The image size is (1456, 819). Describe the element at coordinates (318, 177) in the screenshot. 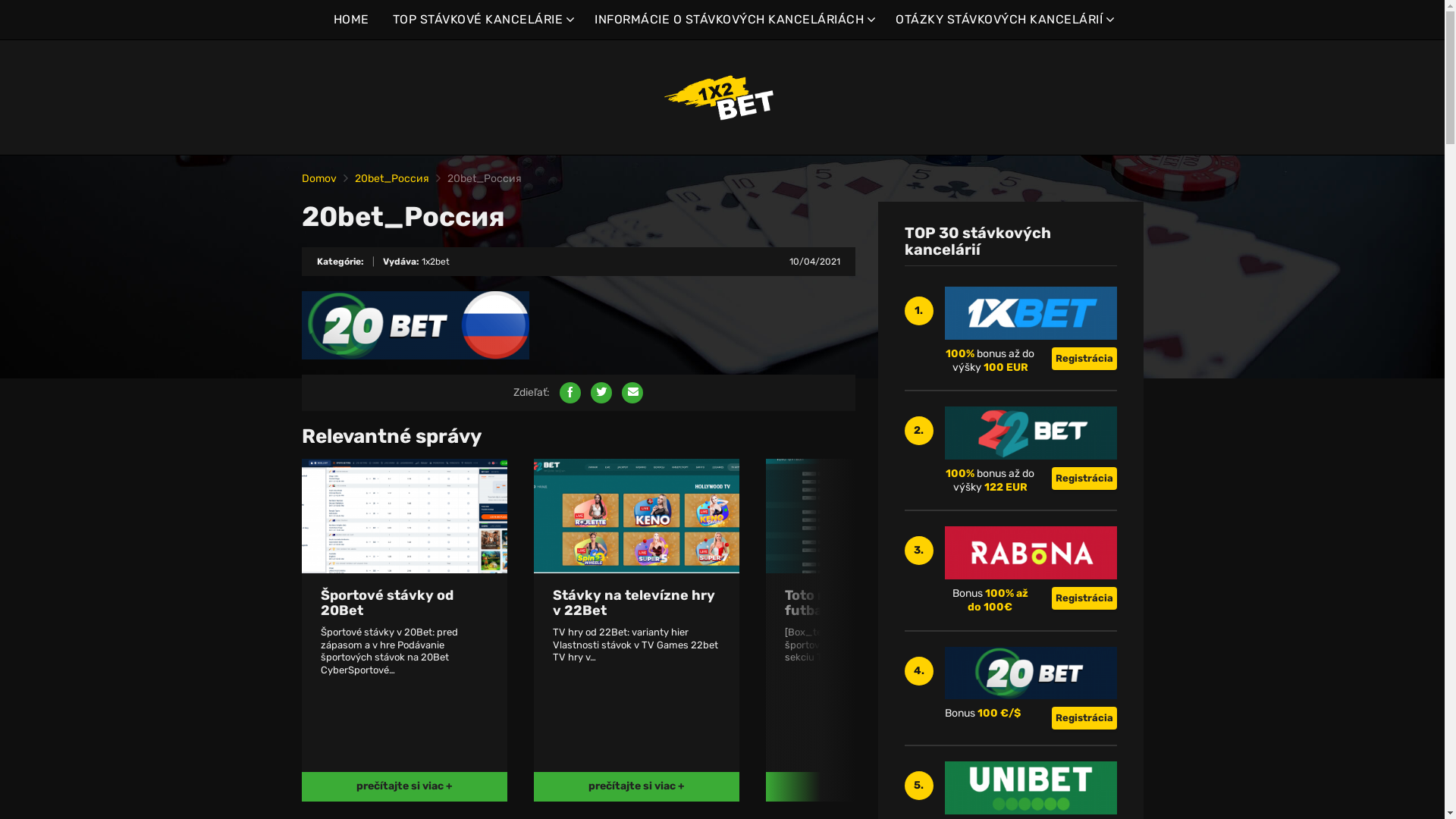

I see `'Domov'` at that location.